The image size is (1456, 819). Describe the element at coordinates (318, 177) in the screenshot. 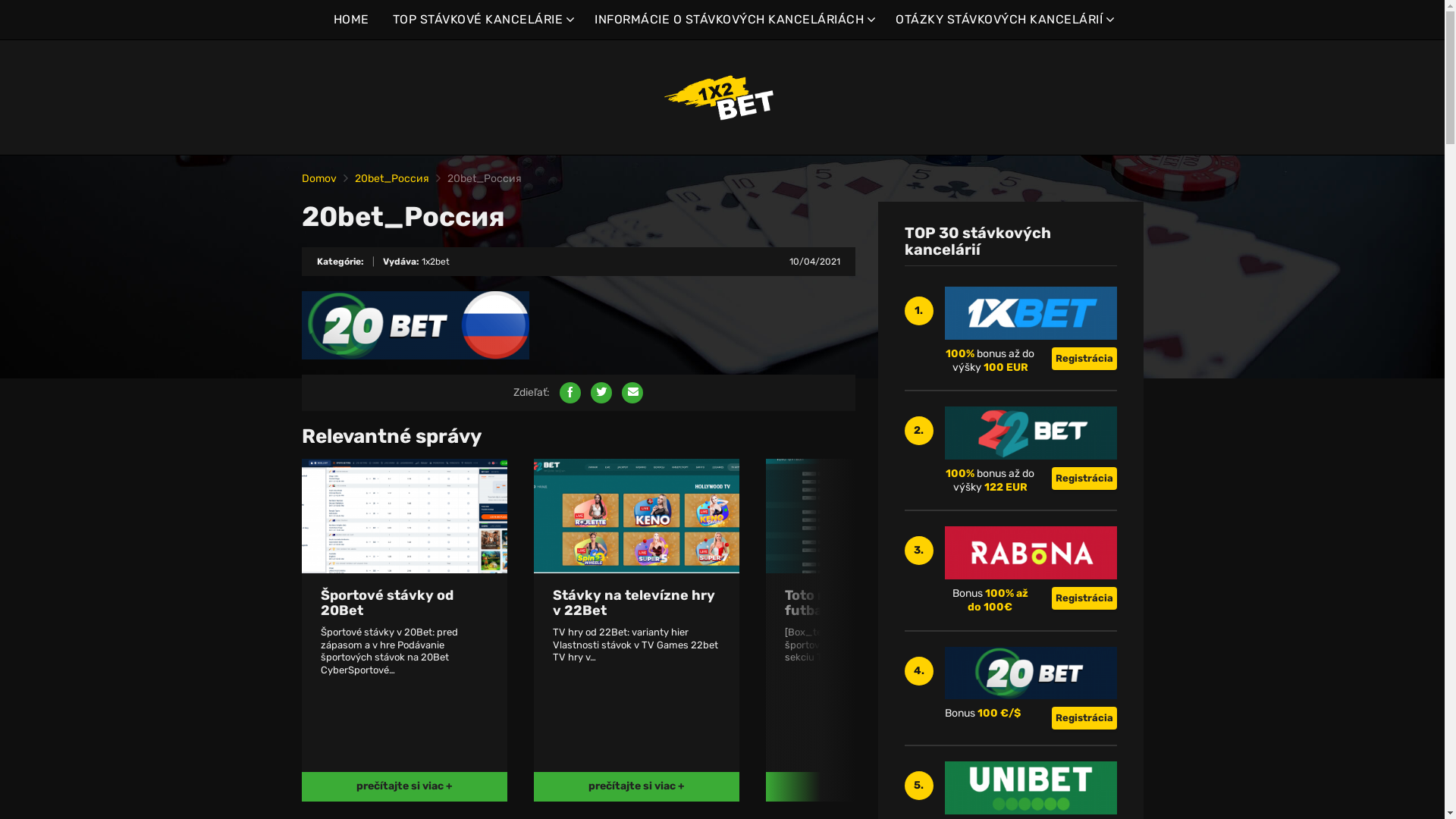

I see `'Domov'` at that location.